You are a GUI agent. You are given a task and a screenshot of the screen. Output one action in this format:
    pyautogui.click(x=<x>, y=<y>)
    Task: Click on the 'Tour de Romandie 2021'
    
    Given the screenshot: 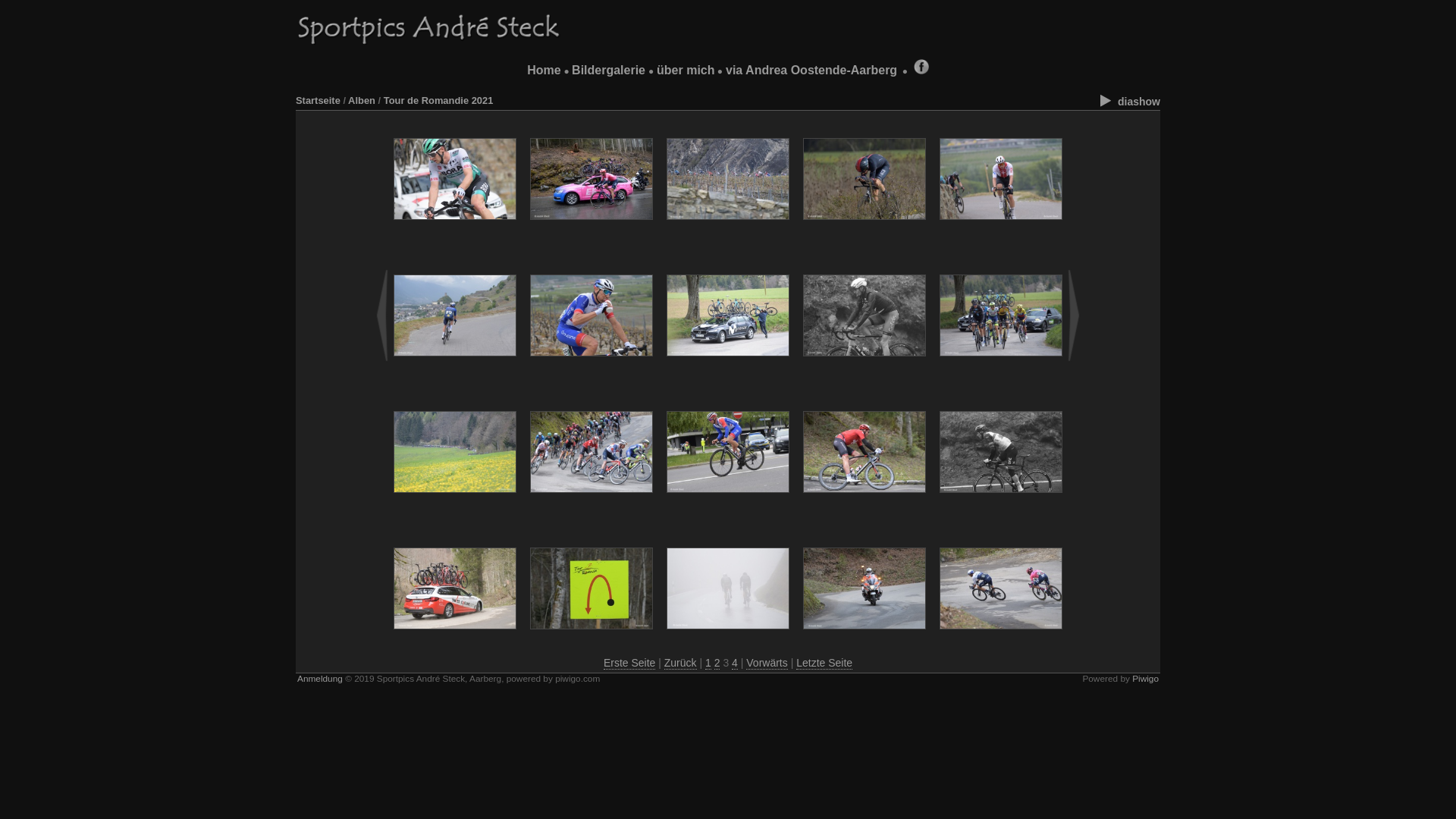 What is the action you would take?
    pyautogui.click(x=438, y=100)
    